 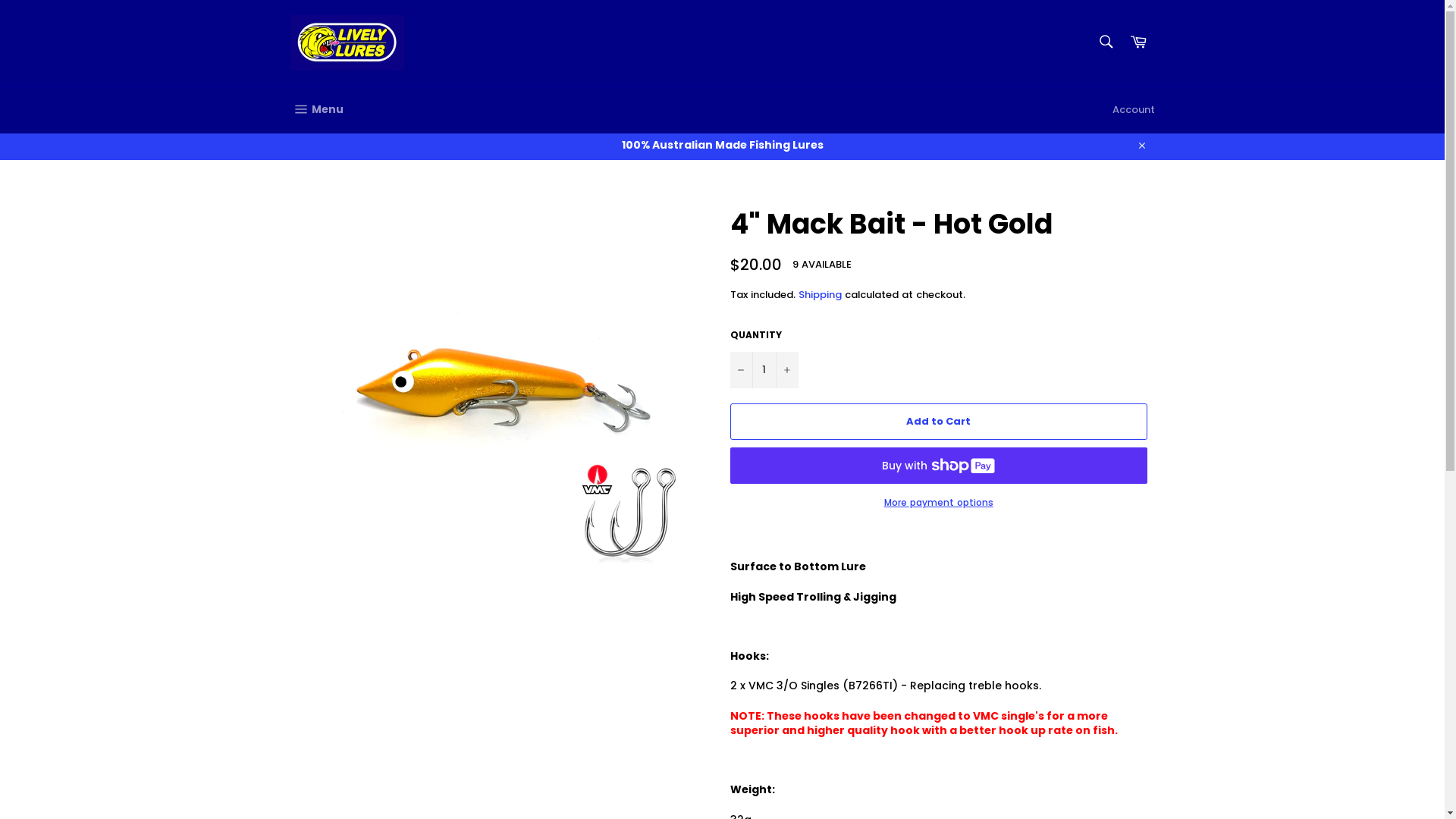 What do you see at coordinates (775, 370) in the screenshot?
I see `'+'` at bounding box center [775, 370].